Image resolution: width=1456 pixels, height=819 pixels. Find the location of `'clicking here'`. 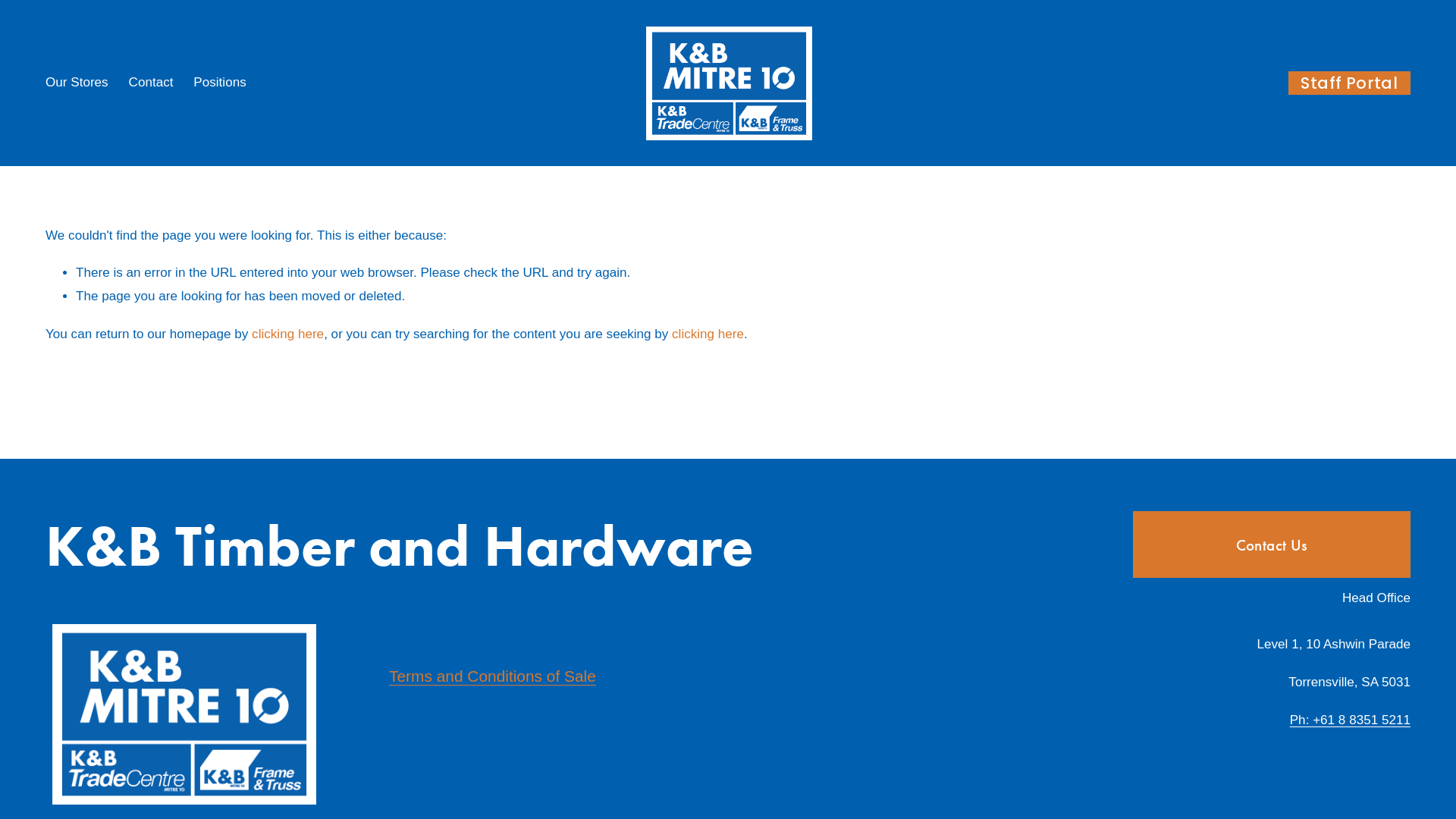

'clicking here' is located at coordinates (287, 333).